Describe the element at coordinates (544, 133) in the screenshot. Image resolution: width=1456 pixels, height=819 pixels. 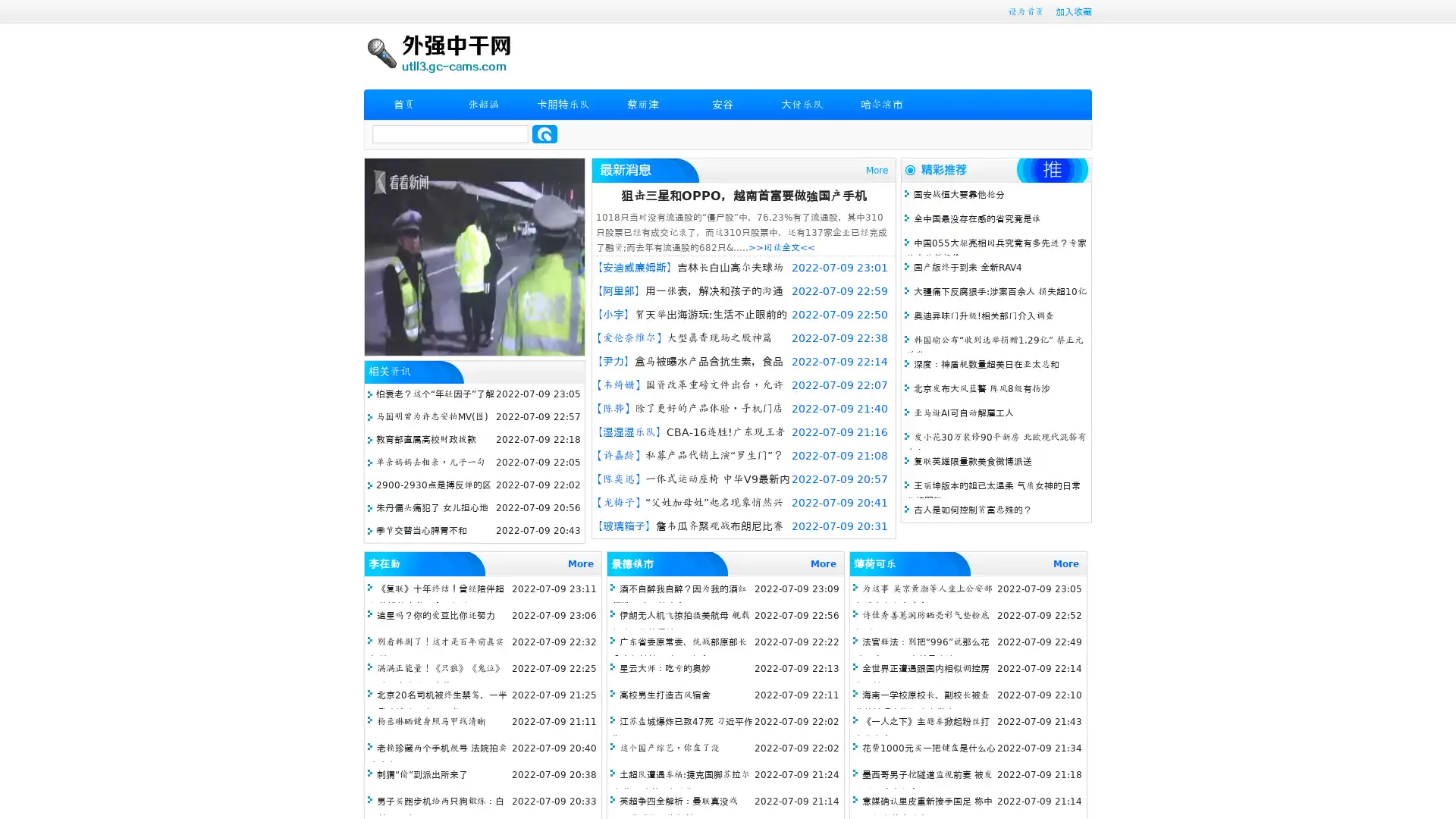
I see `Search` at that location.